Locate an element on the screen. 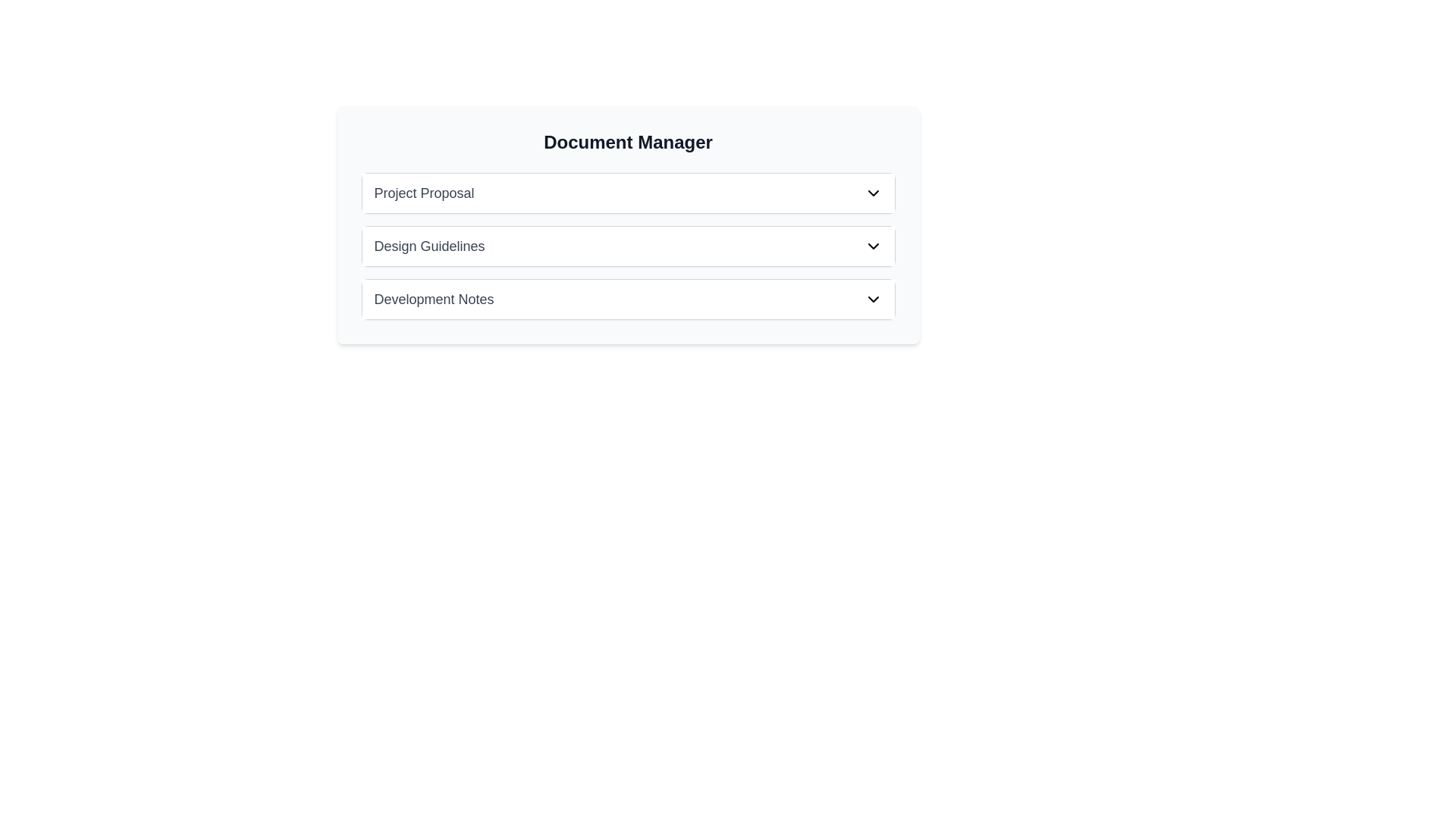  the 'Design Guidelines' expandable list item is located at coordinates (628, 245).